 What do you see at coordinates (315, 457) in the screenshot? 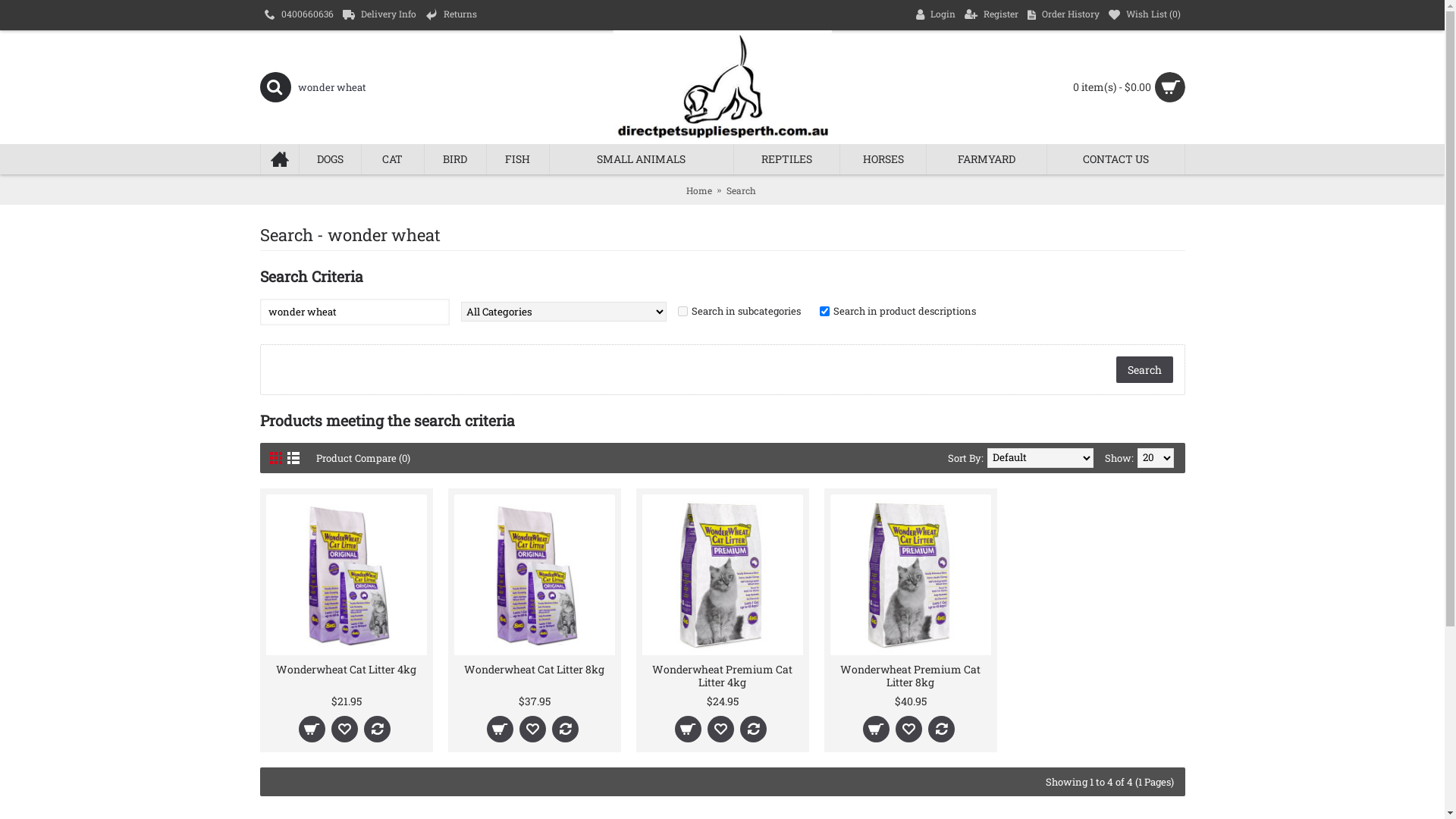
I see `'Product Compare (0)'` at bounding box center [315, 457].